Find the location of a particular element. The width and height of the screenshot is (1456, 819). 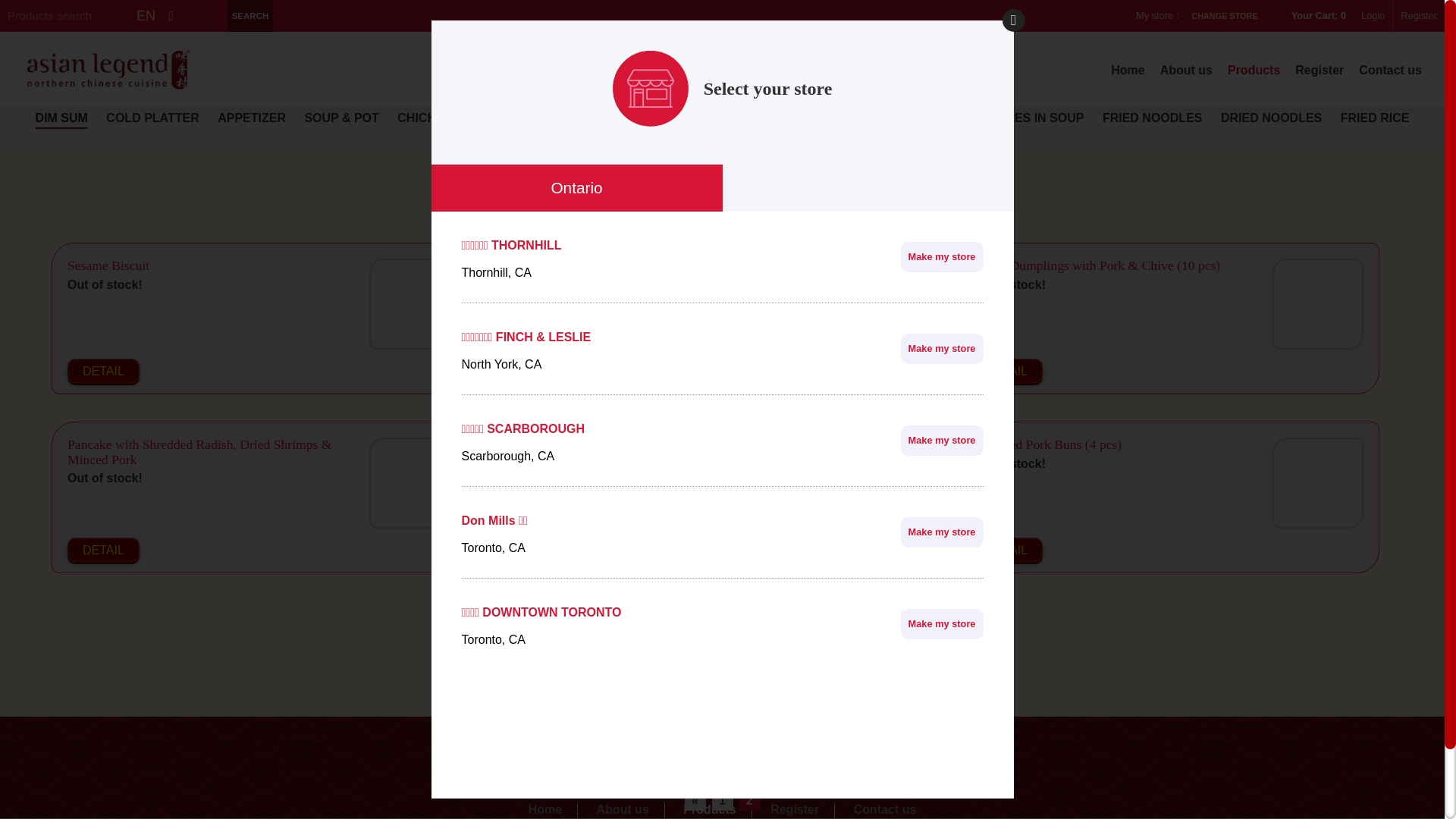

'CHICKEN & DUCK' is located at coordinates (450, 117).